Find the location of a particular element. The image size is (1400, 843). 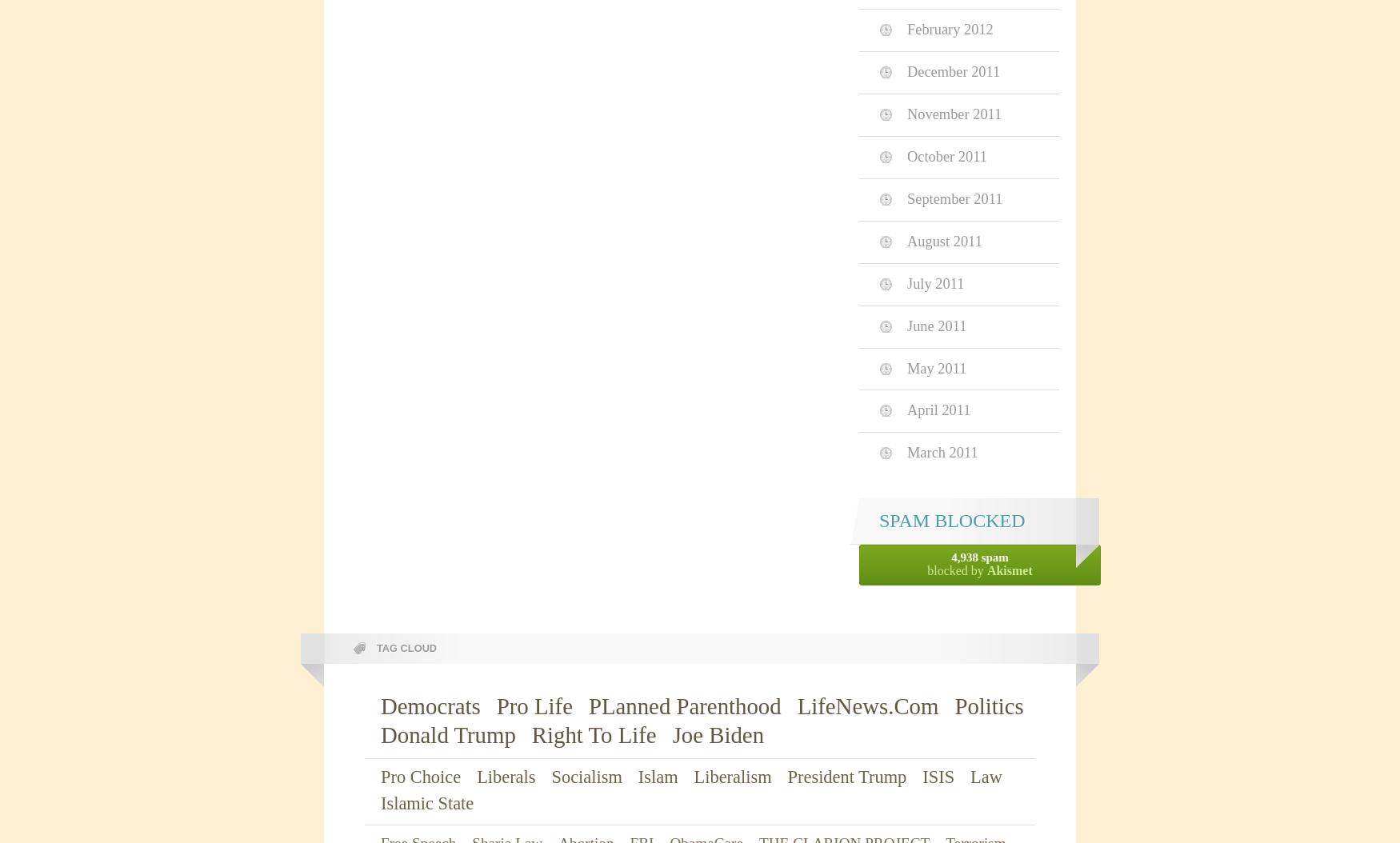

'Islam' is located at coordinates (636, 776).